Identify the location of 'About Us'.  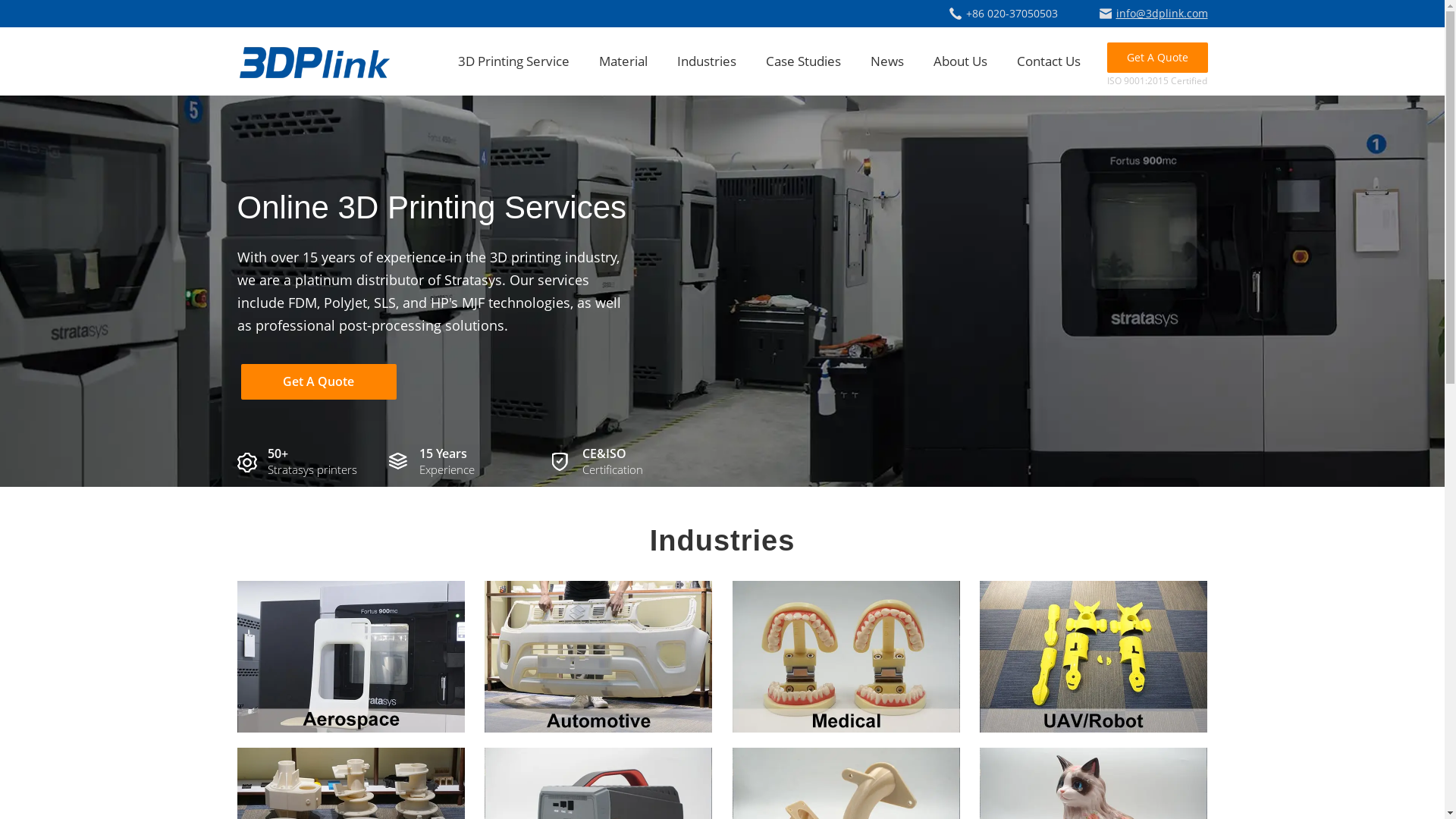
(931, 60).